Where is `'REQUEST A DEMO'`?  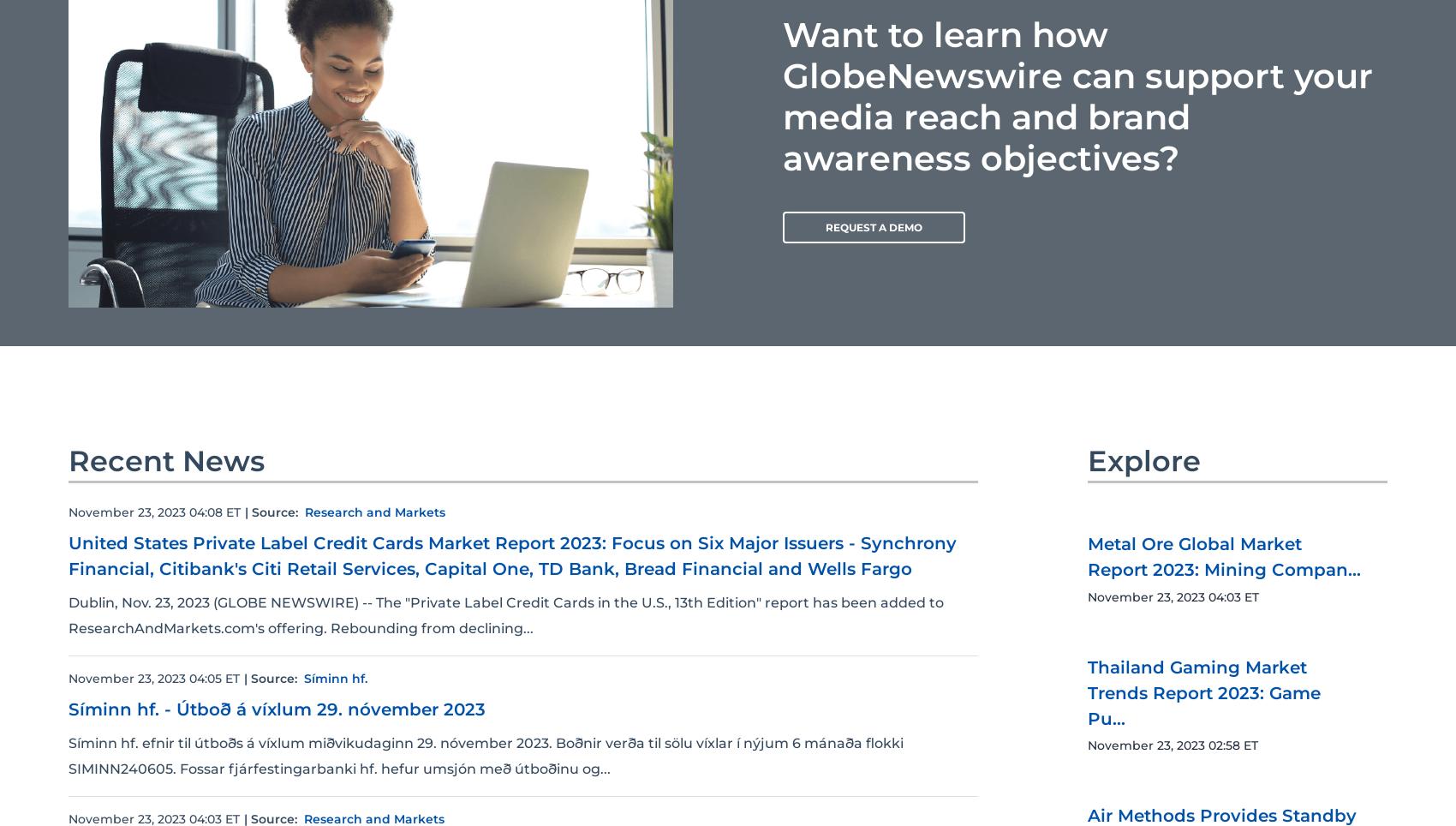
'REQUEST A DEMO' is located at coordinates (873, 226).